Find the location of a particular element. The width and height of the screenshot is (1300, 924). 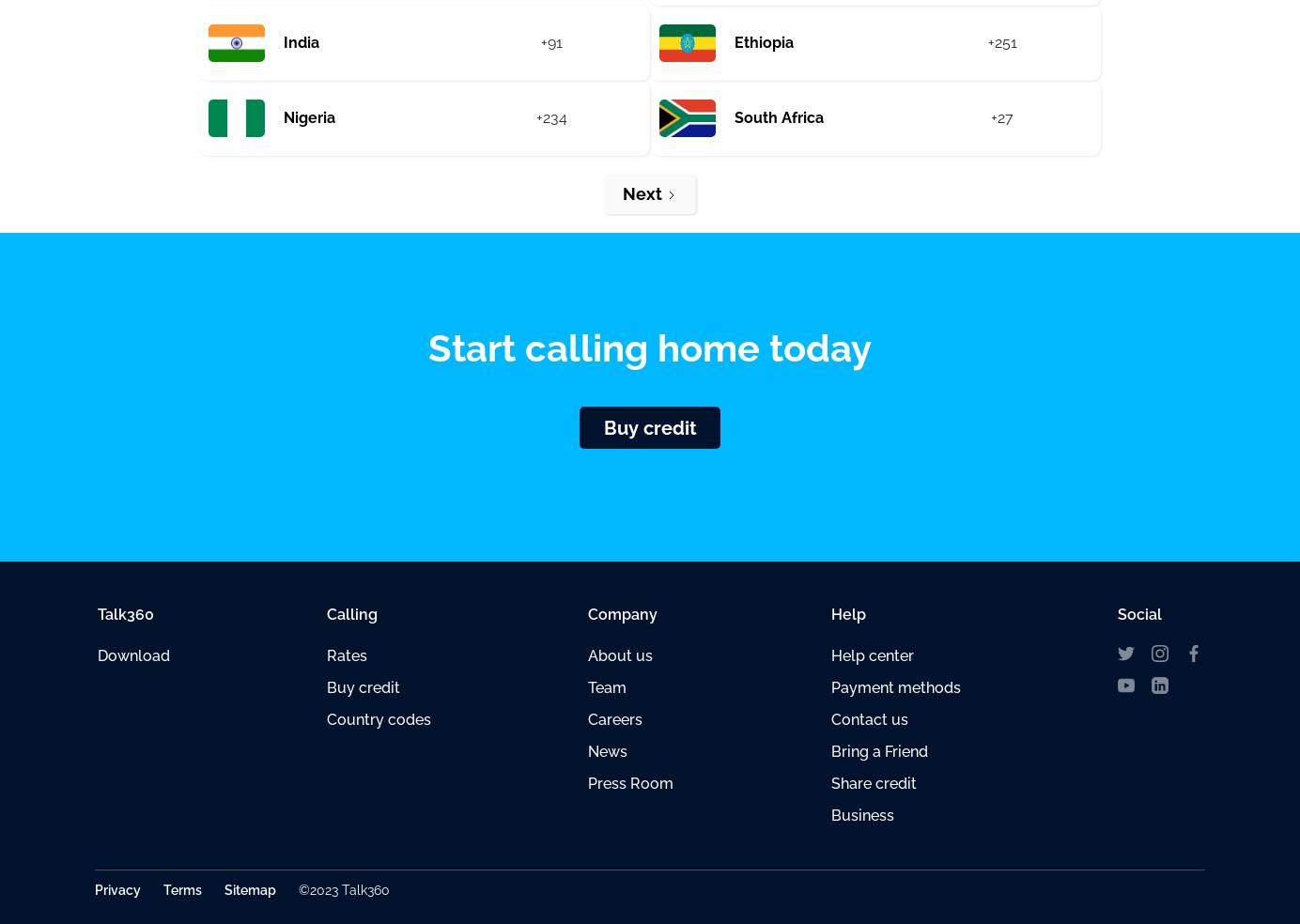

'Download' is located at coordinates (132, 655).